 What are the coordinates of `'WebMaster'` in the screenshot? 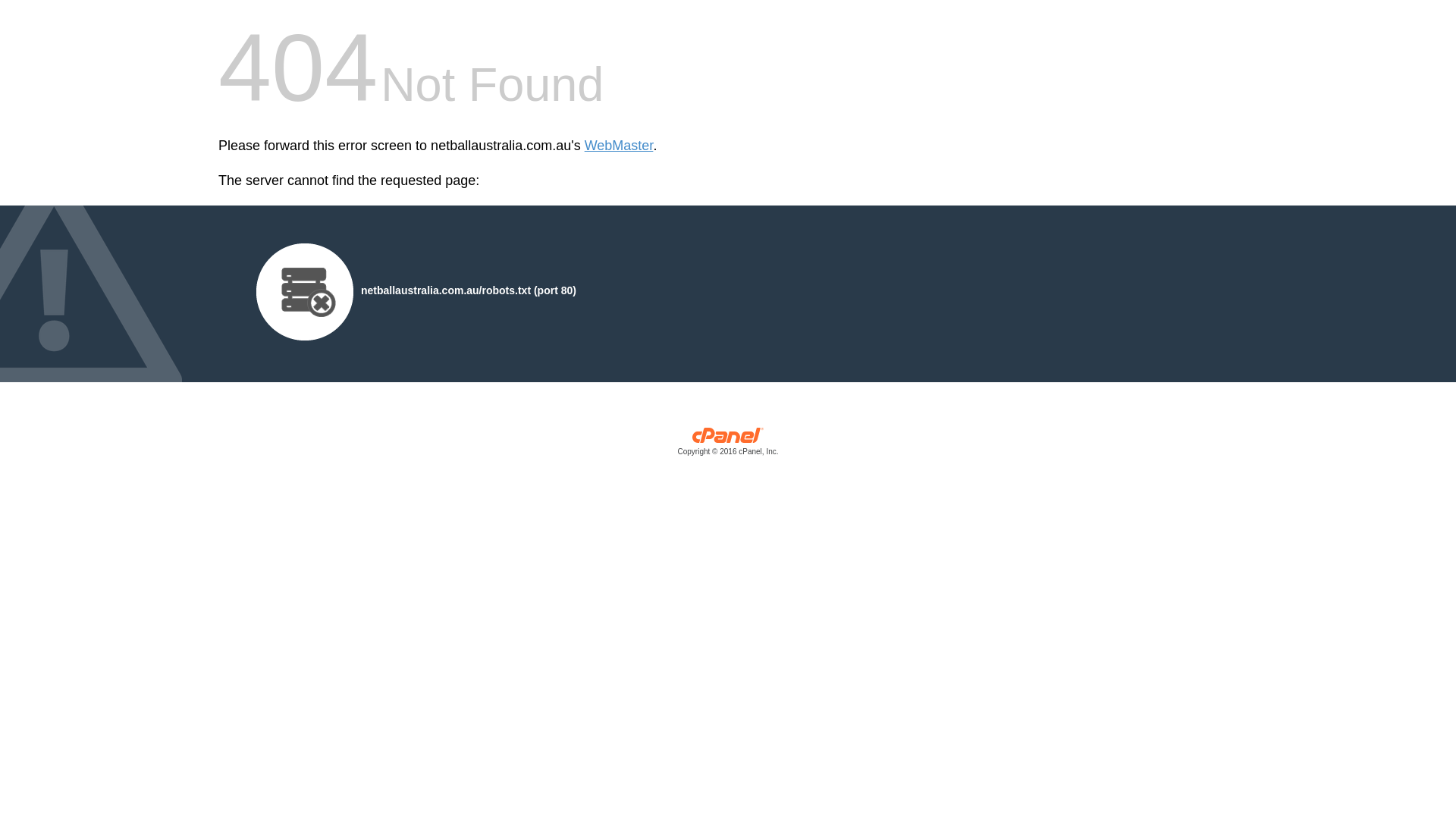 It's located at (584, 146).